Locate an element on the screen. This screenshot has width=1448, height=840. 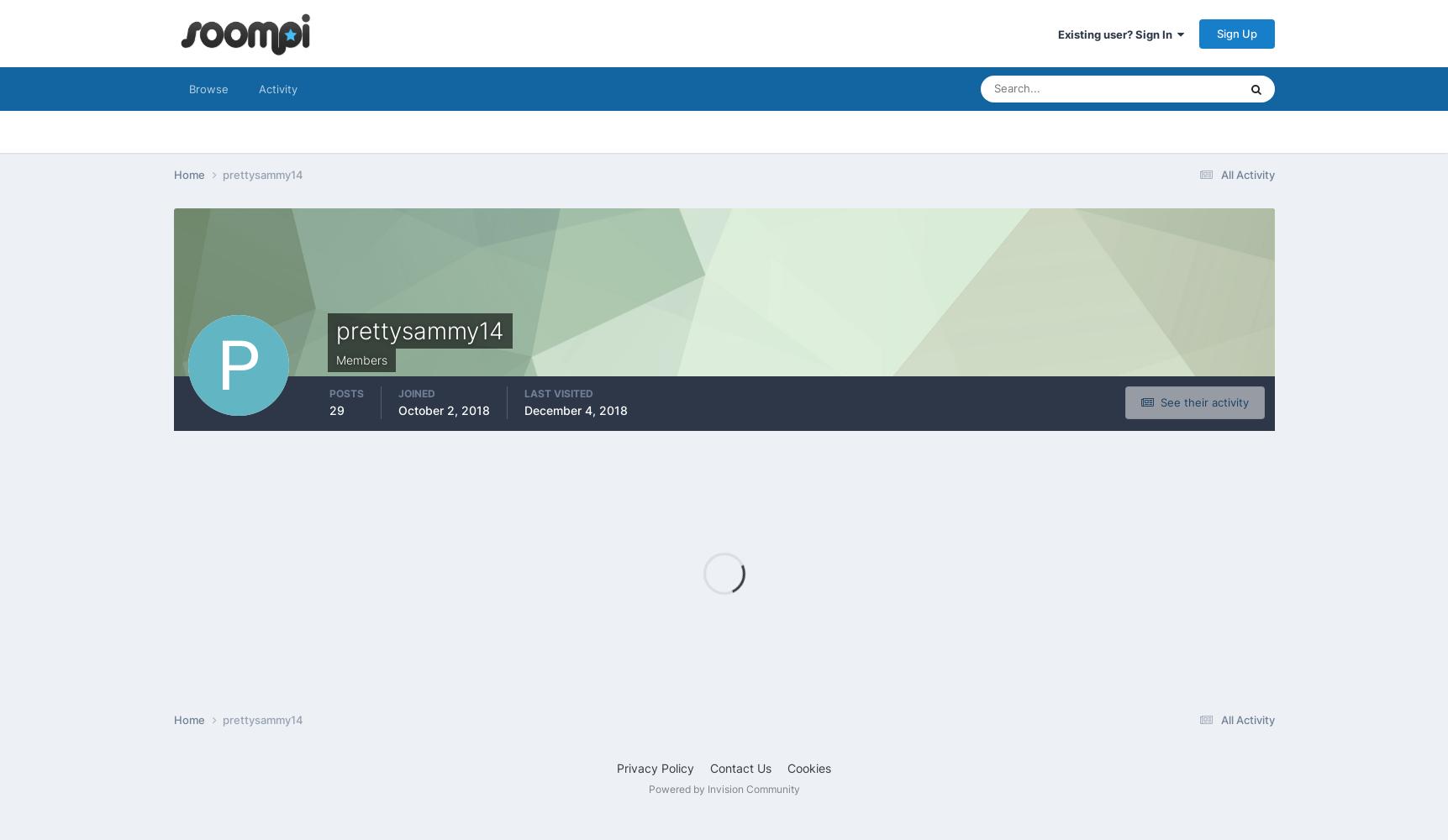
'Last visited' is located at coordinates (558, 392).